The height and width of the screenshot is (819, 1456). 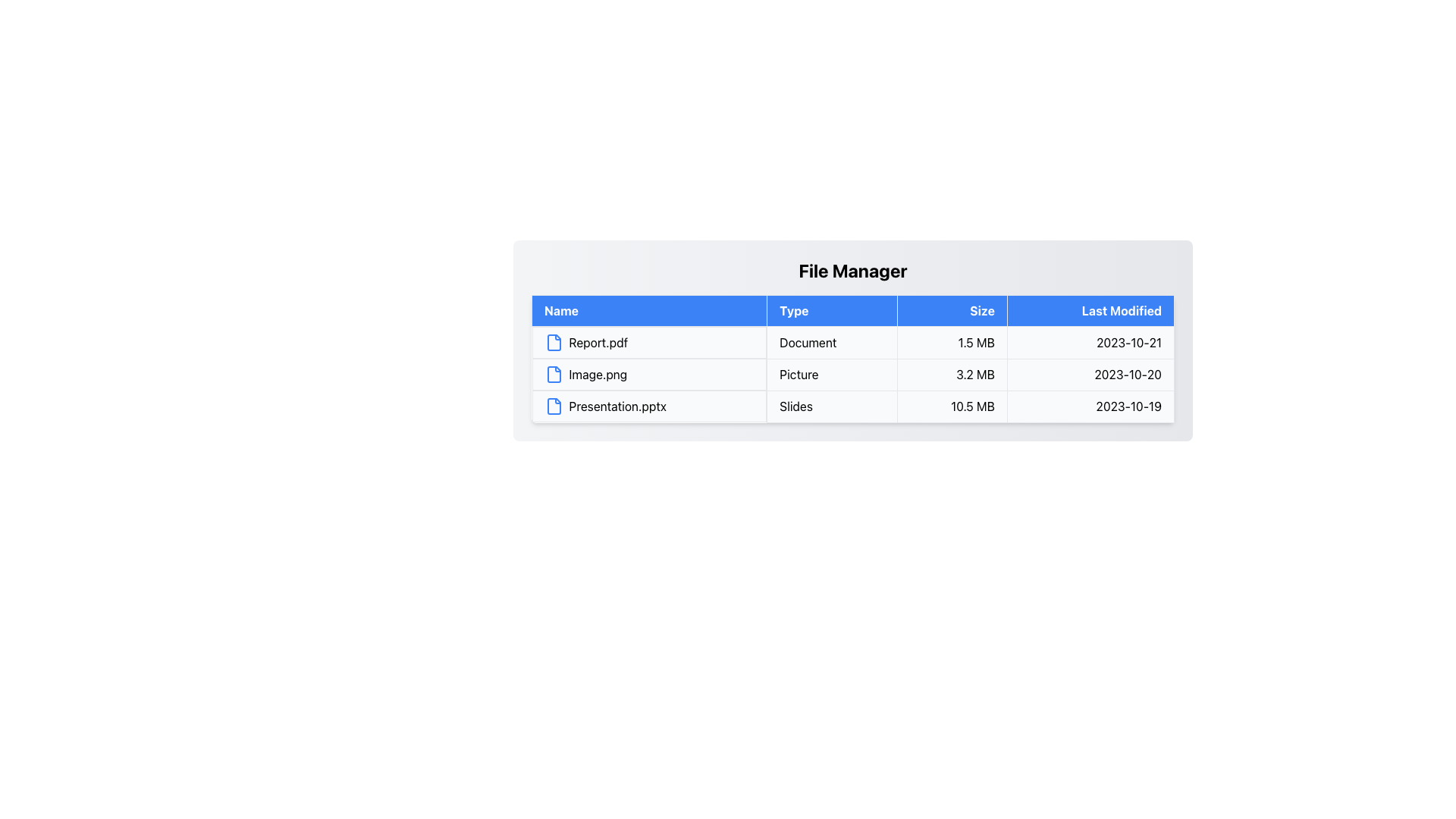 I want to click on the text element displaying the last modified date of a file entry located in the fourth column of the third row of a table within the file manager interface, so click(x=1090, y=406).